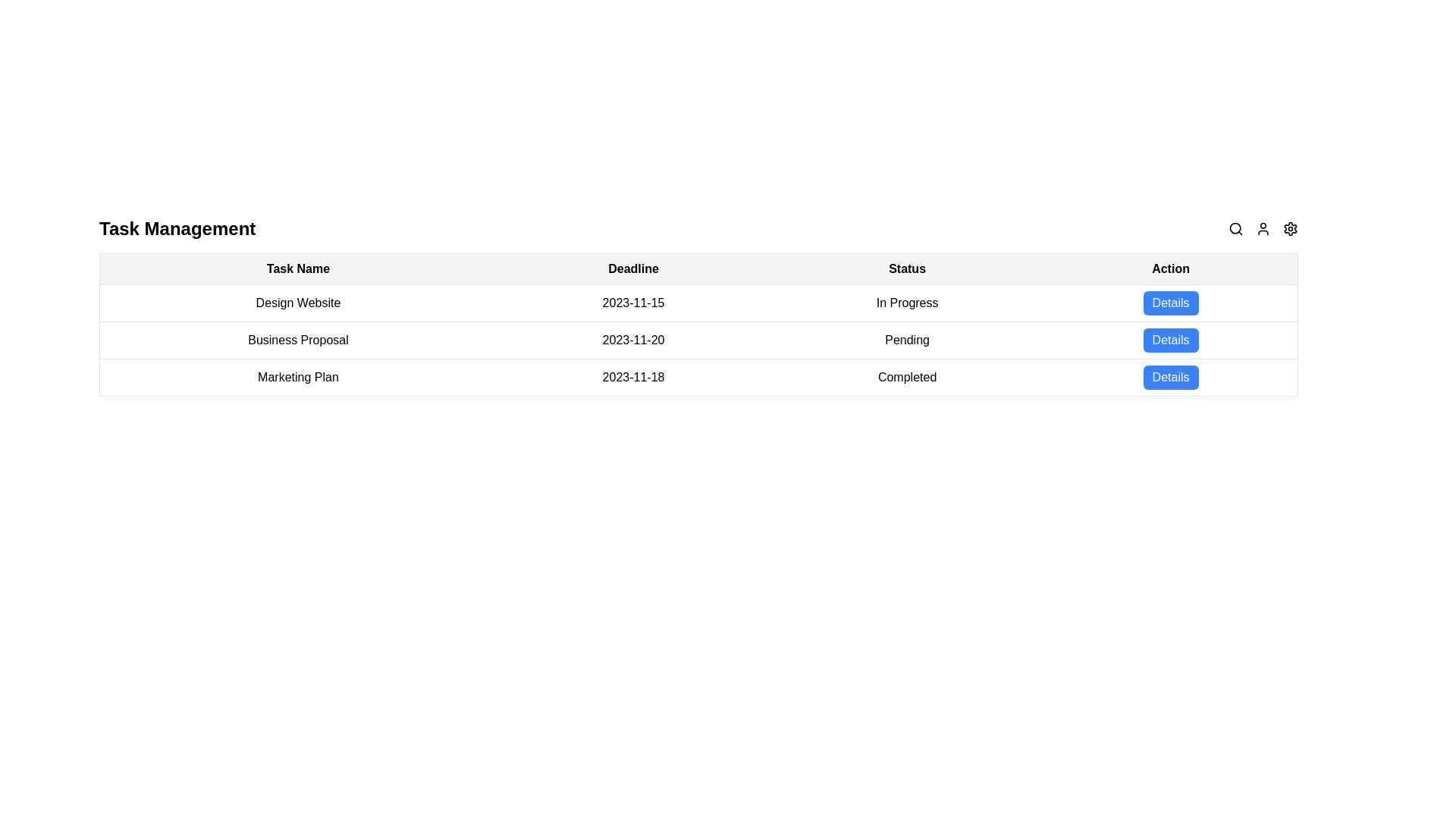  What do you see at coordinates (298, 339) in the screenshot?
I see `the 'Business Proposal' text label in the task management interface, located in the second row under the 'Task Name' column` at bounding box center [298, 339].